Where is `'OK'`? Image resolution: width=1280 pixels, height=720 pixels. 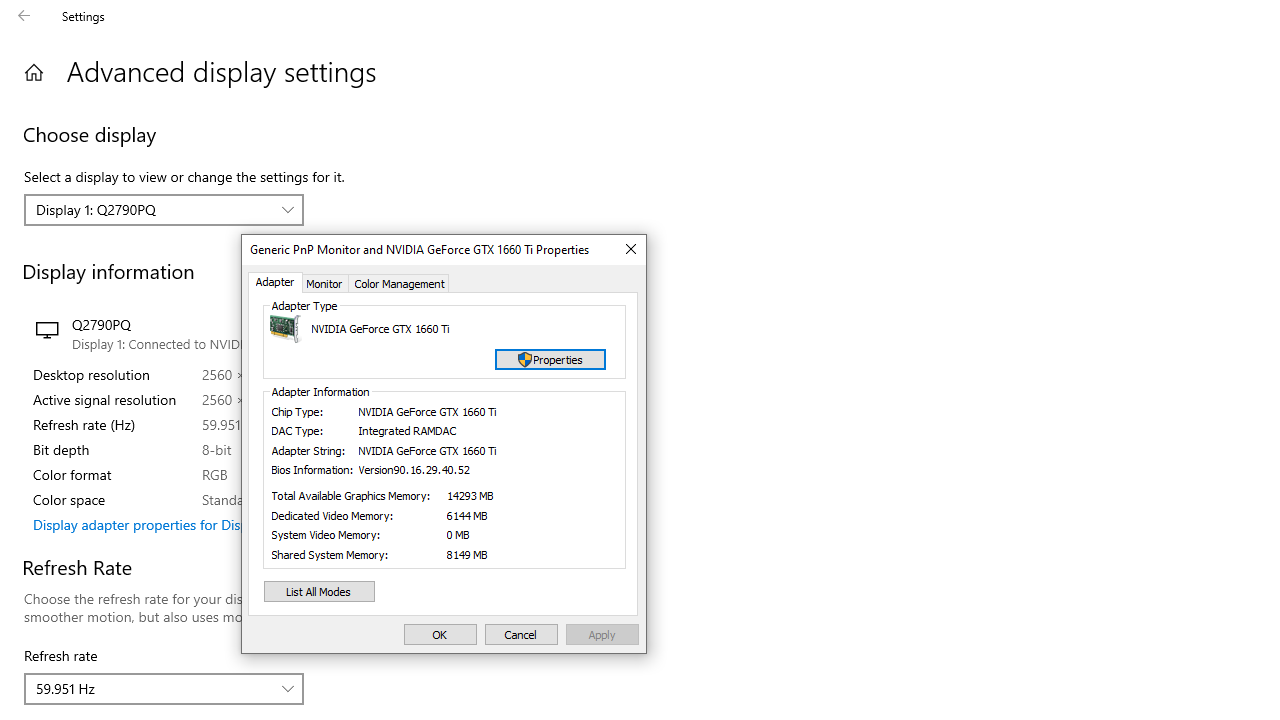 'OK' is located at coordinates (439, 634).